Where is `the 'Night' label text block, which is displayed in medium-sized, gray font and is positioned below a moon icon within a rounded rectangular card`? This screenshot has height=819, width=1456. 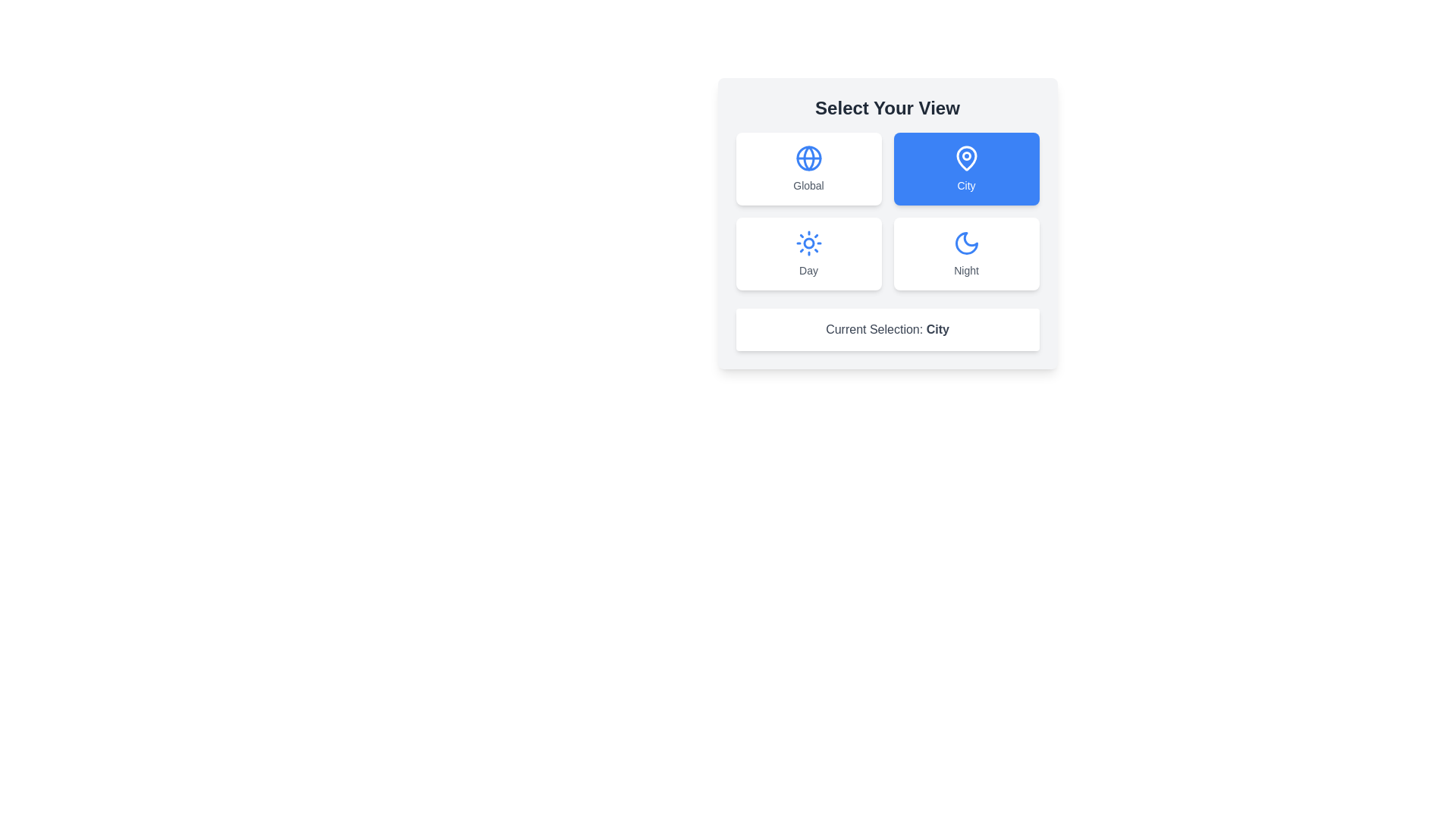 the 'Night' label text block, which is displayed in medium-sized, gray font and is positioned below a moon icon within a rounded rectangular card is located at coordinates (965, 270).